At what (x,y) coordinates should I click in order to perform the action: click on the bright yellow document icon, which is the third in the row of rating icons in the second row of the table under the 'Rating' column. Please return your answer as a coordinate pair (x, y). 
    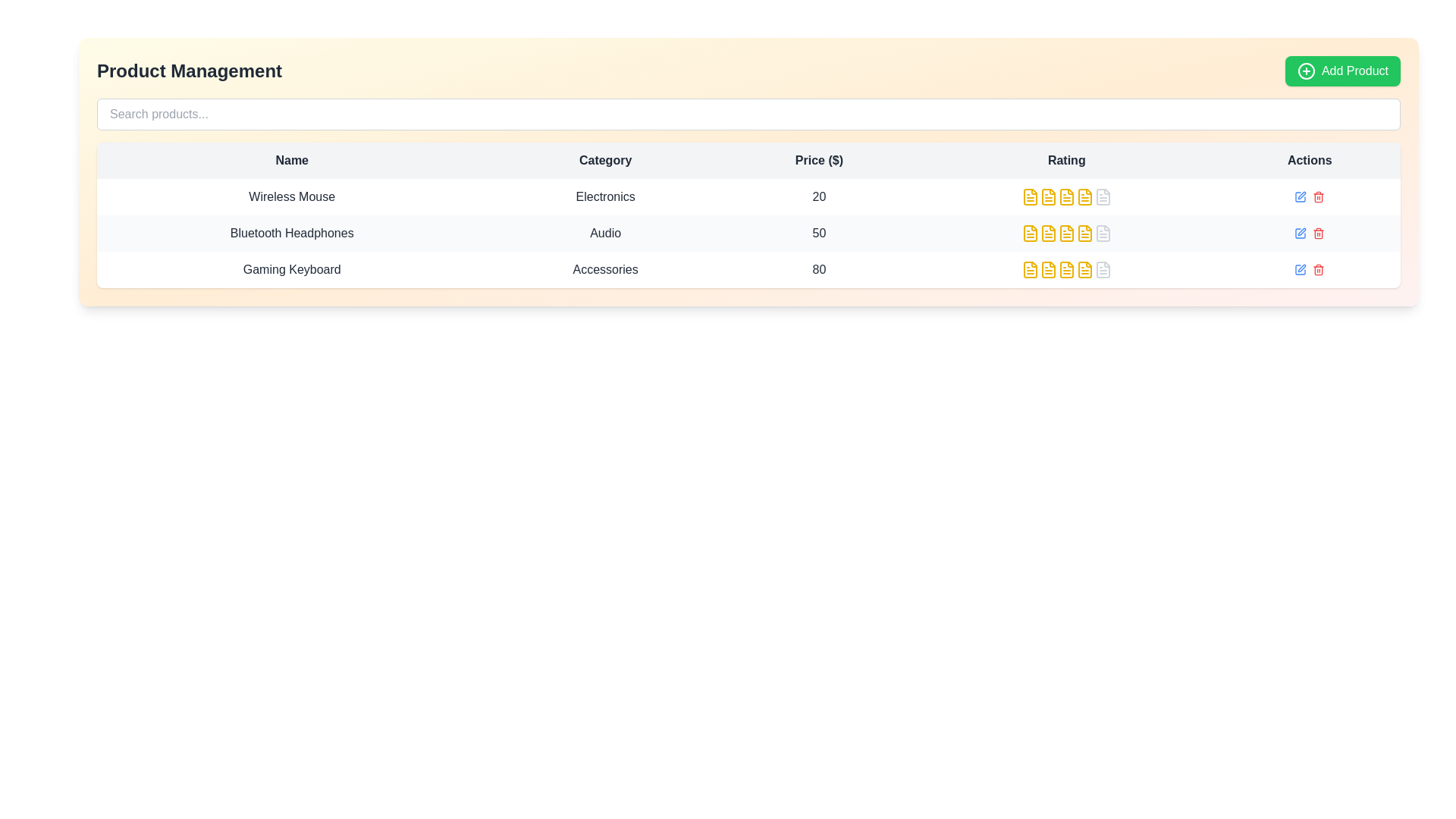
    Looking at the image, I should click on (1047, 196).